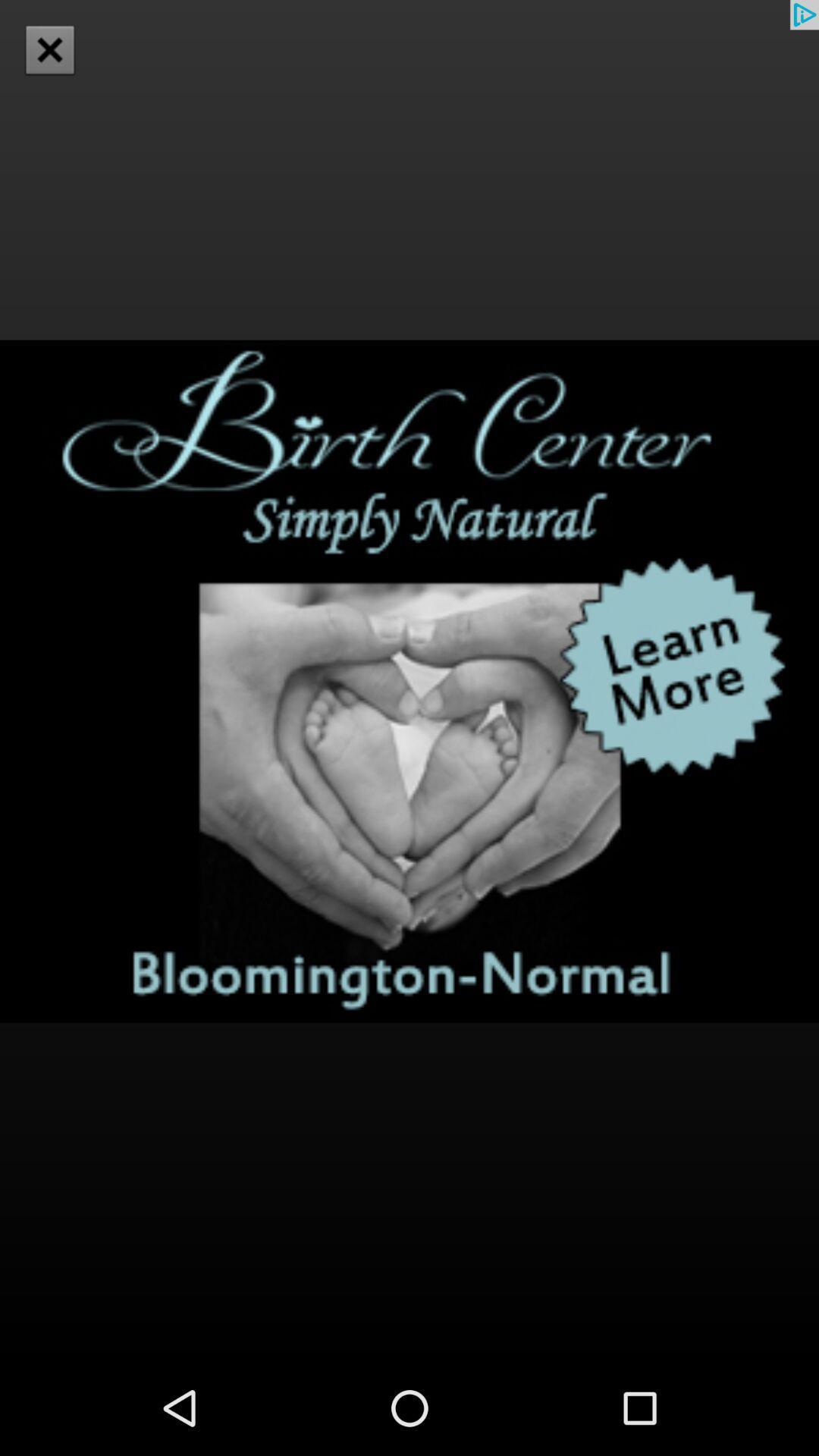 Image resolution: width=819 pixels, height=1456 pixels. Describe the element at coordinates (49, 53) in the screenshot. I see `the close icon` at that location.